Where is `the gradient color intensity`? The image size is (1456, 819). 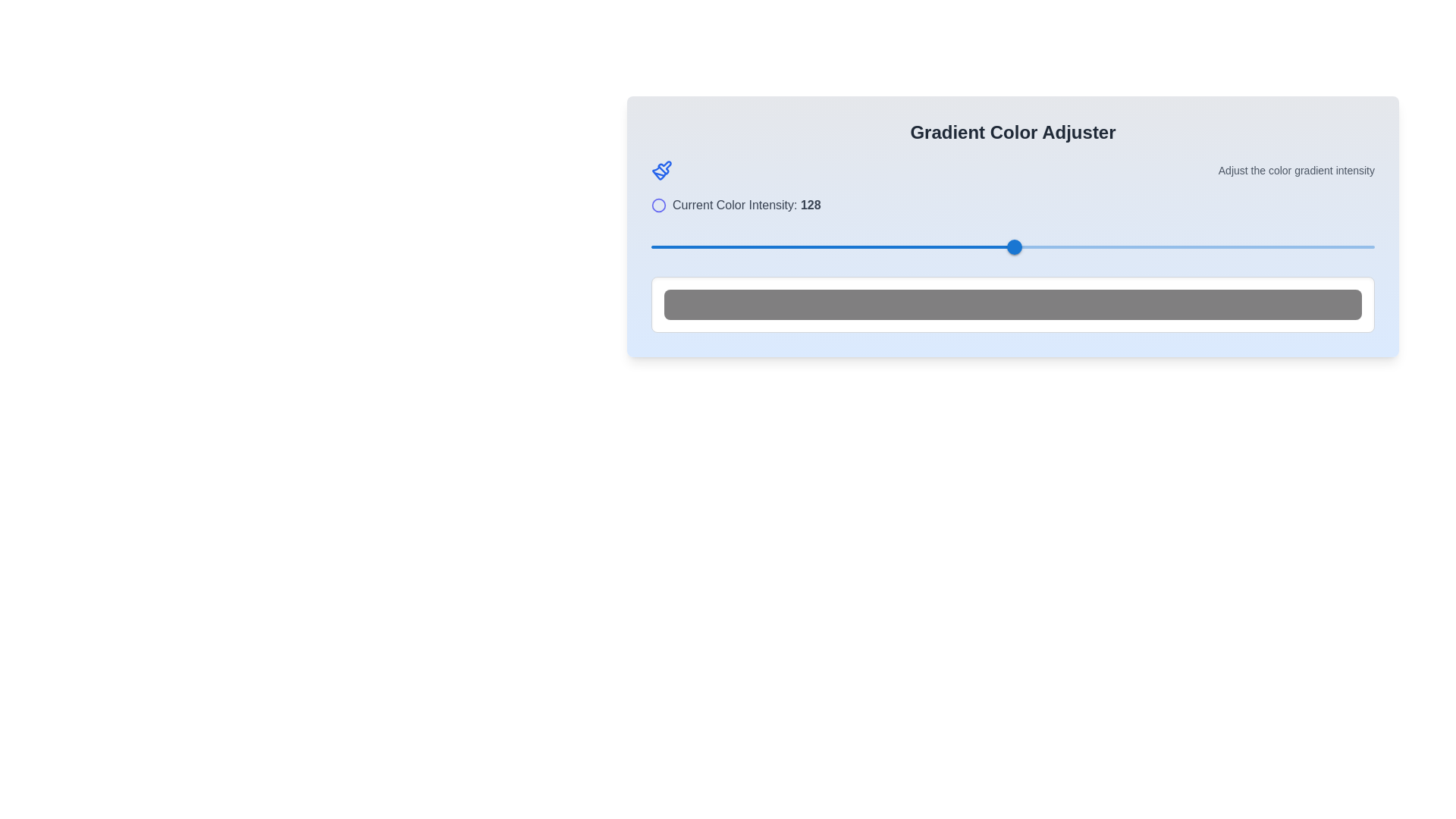
the gradient color intensity is located at coordinates (651, 246).